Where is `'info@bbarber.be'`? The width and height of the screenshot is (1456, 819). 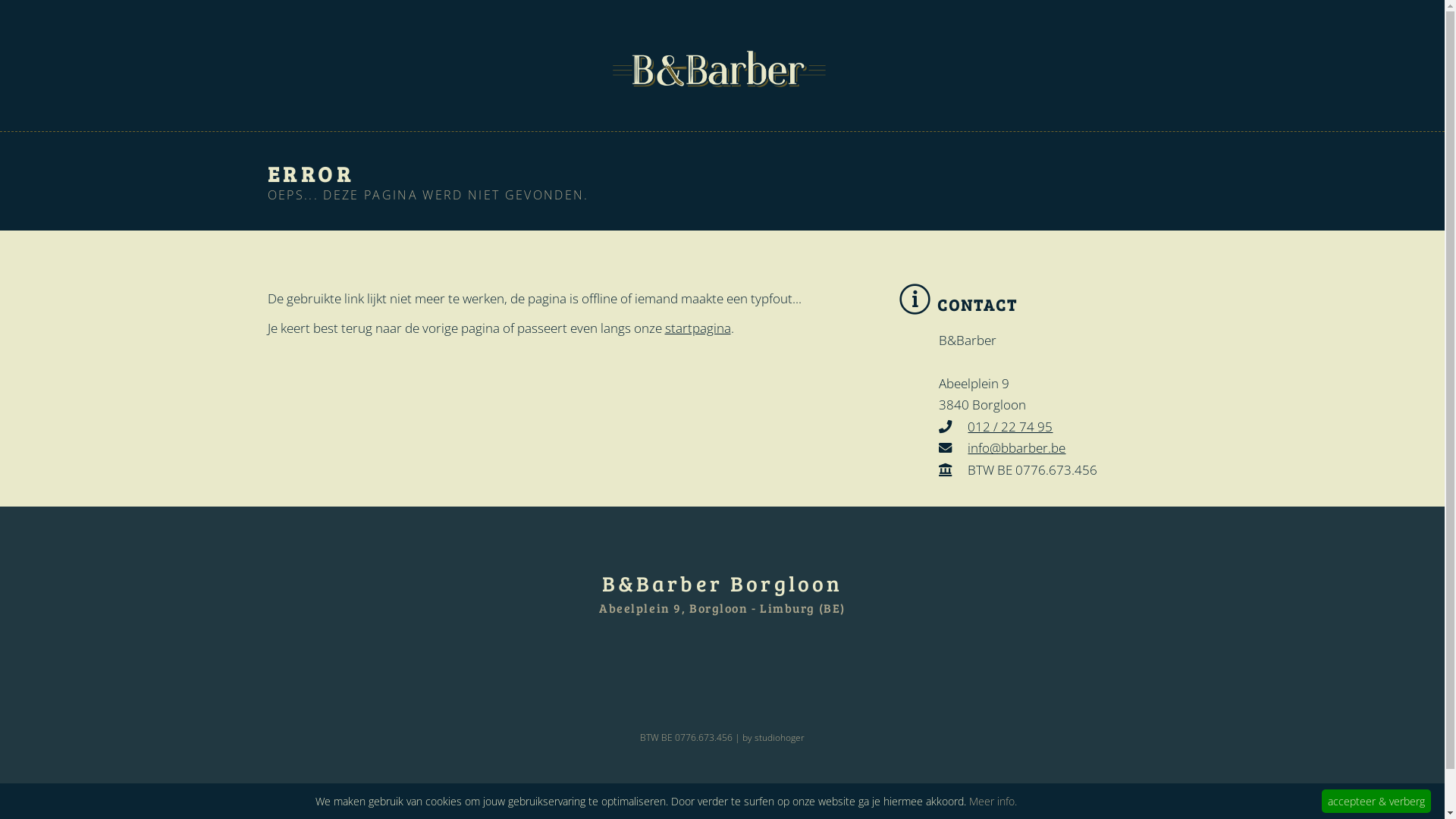
'info@bbarber.be' is located at coordinates (1016, 447).